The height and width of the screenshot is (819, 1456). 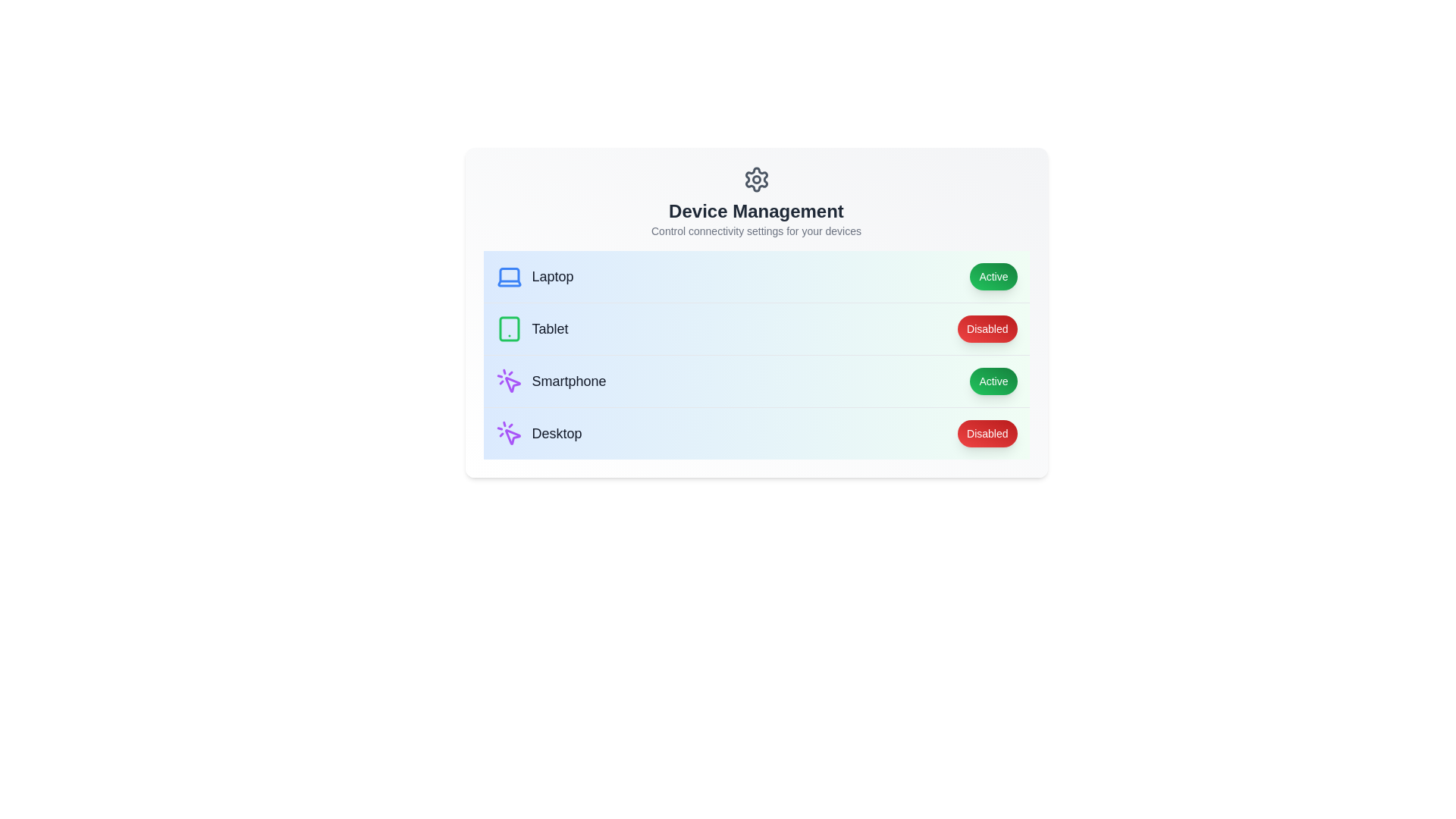 What do you see at coordinates (509, 433) in the screenshot?
I see `the icon representing the Desktop to toggle its state` at bounding box center [509, 433].